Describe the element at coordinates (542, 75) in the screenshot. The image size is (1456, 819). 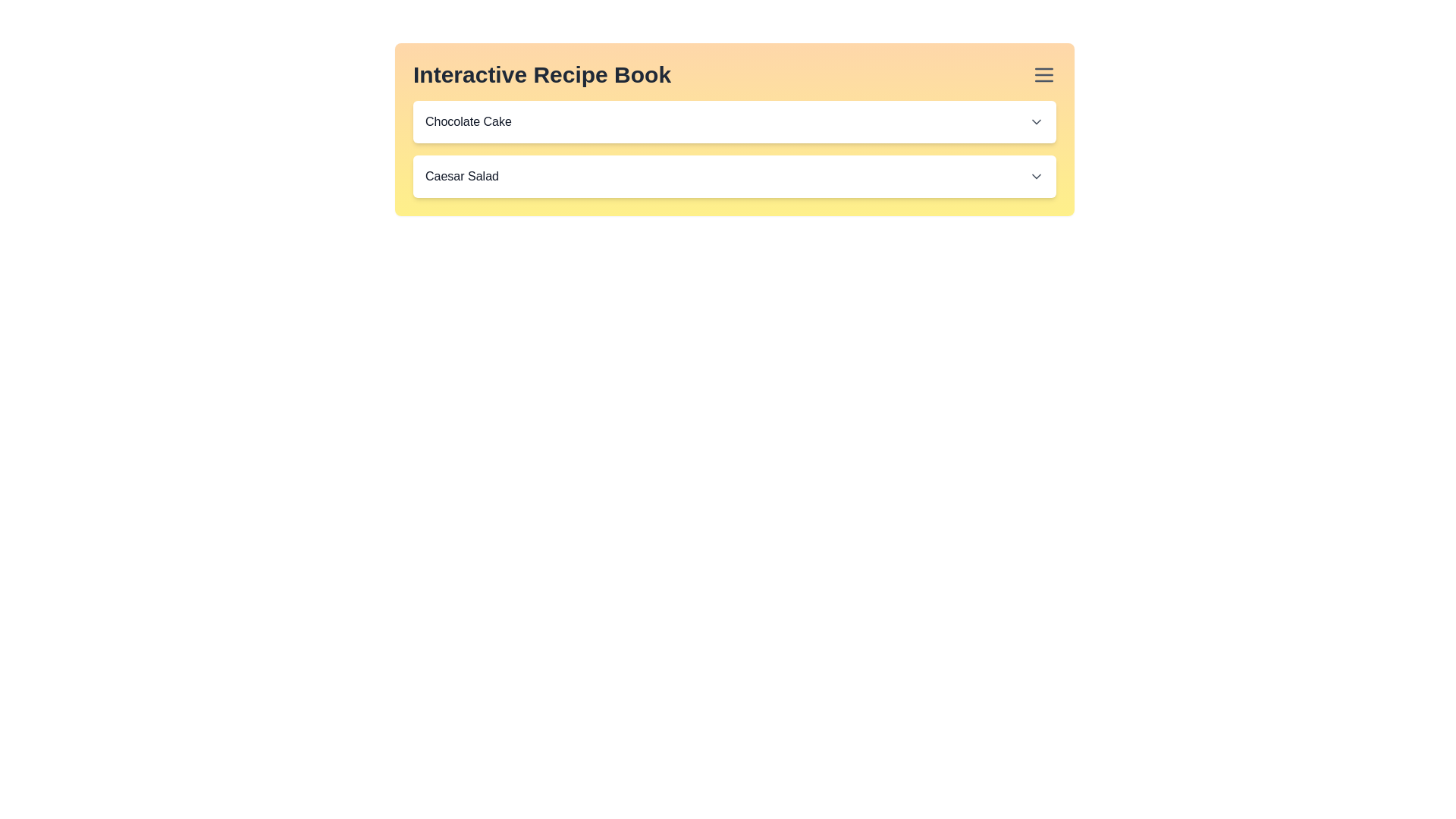
I see `the title text element located in the top-left corner of the orange gradient header of the interactive recipe book interface` at that location.